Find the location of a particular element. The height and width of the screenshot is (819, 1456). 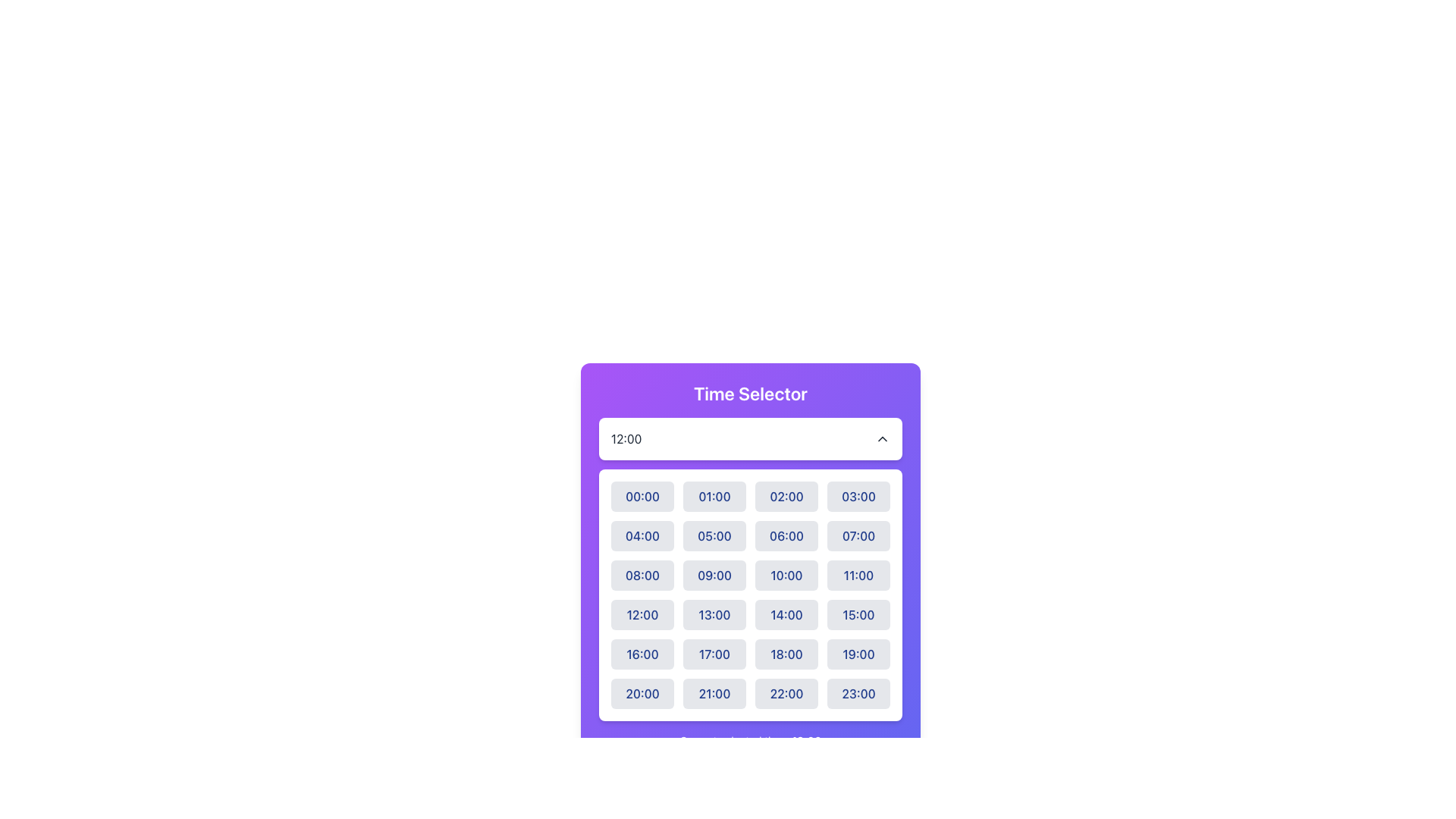

the rectangular button with rounded corners displaying '13:00' to change its color is located at coordinates (714, 614).